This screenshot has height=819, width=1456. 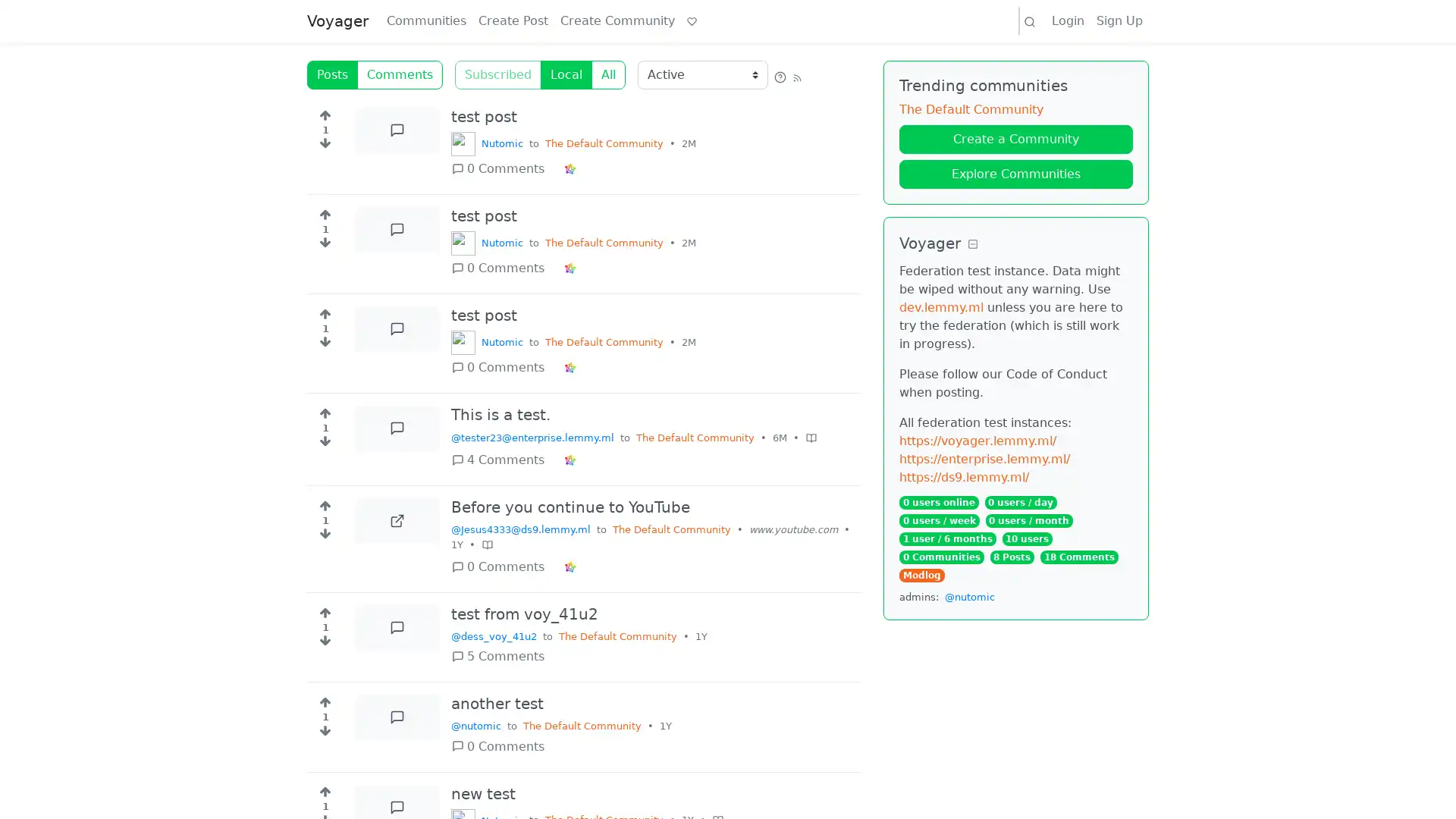 What do you see at coordinates (1030, 20) in the screenshot?
I see `Search` at bounding box center [1030, 20].